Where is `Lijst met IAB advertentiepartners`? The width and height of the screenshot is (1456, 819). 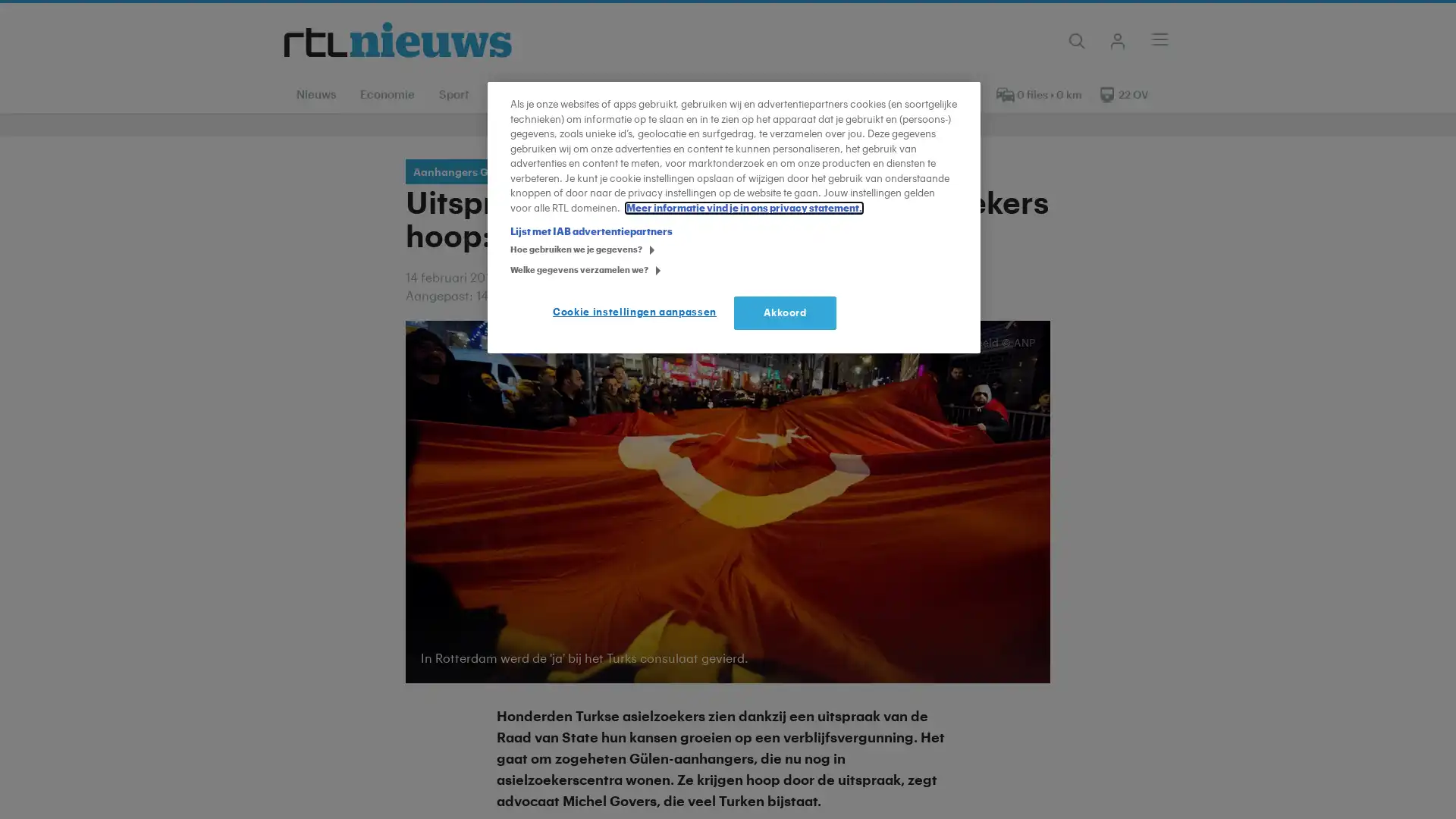
Lijst met IAB advertentiepartners is located at coordinates (590, 231).